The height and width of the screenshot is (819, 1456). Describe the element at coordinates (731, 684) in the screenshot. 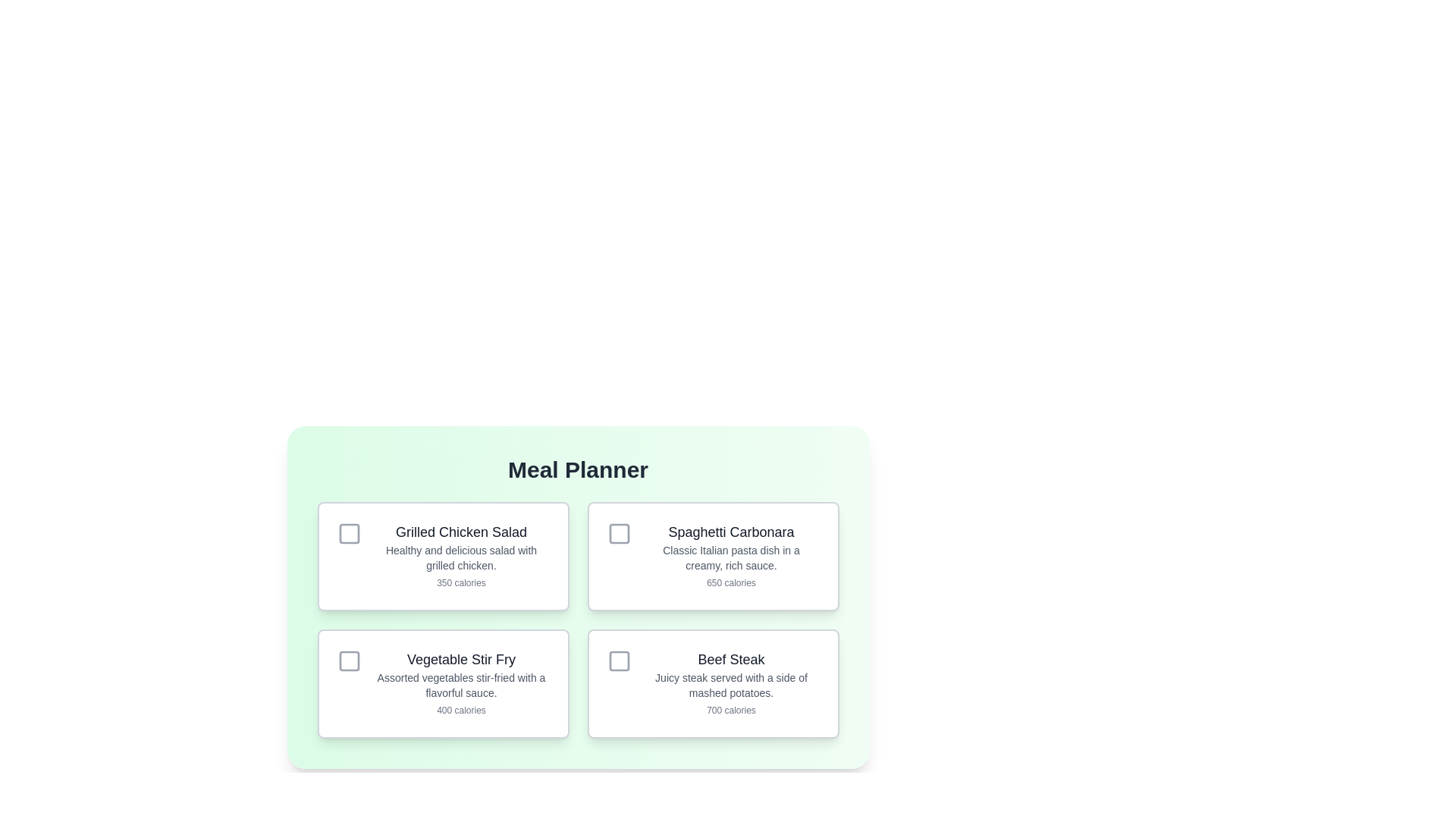

I see `the 'Beef Steak' text display card located in the bottom-right of a 2x2 grid layout, specifically the fourth card in the second row and second column` at that location.